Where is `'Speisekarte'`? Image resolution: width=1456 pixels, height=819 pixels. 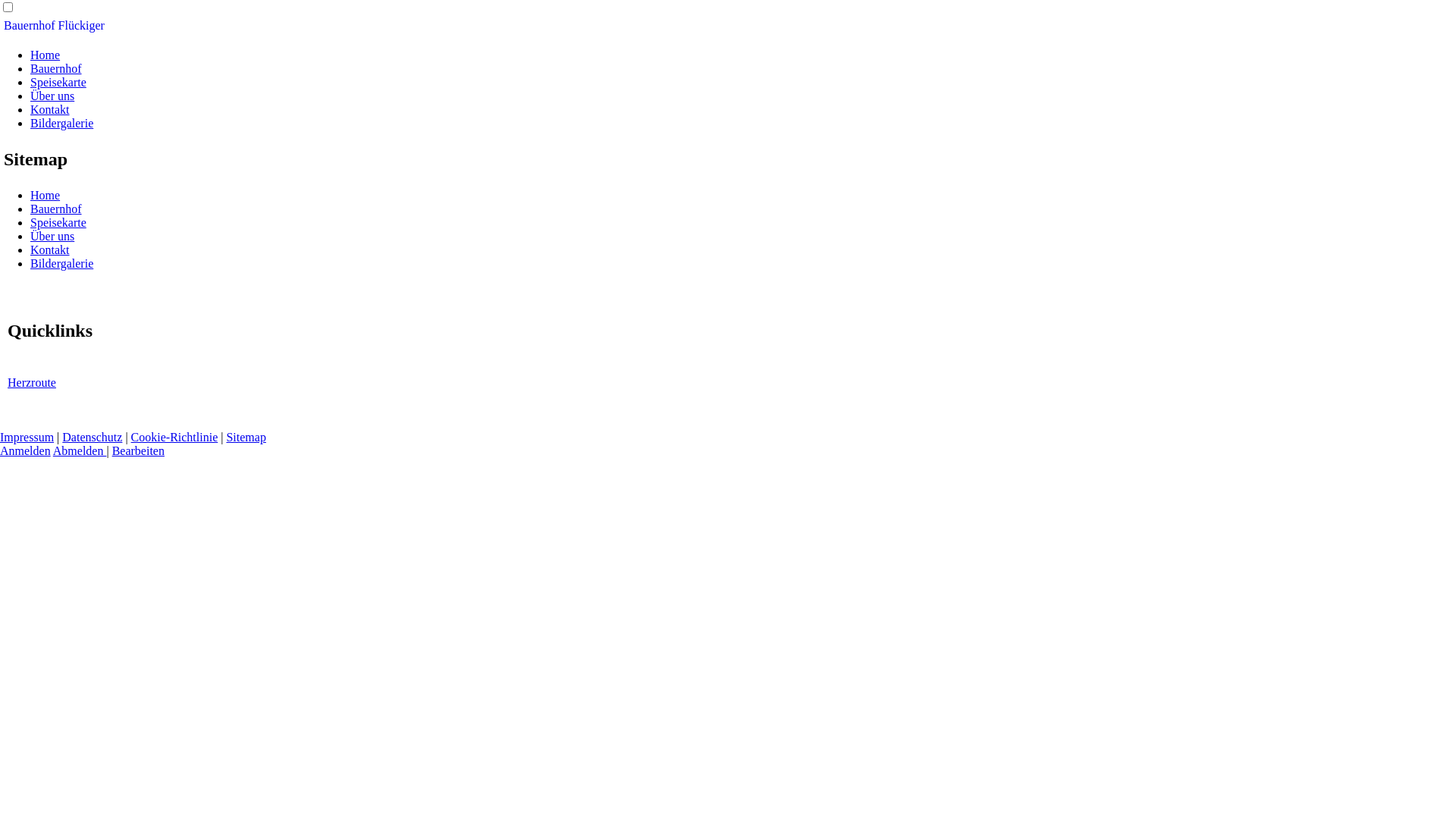 'Speisekarte' is located at coordinates (58, 82).